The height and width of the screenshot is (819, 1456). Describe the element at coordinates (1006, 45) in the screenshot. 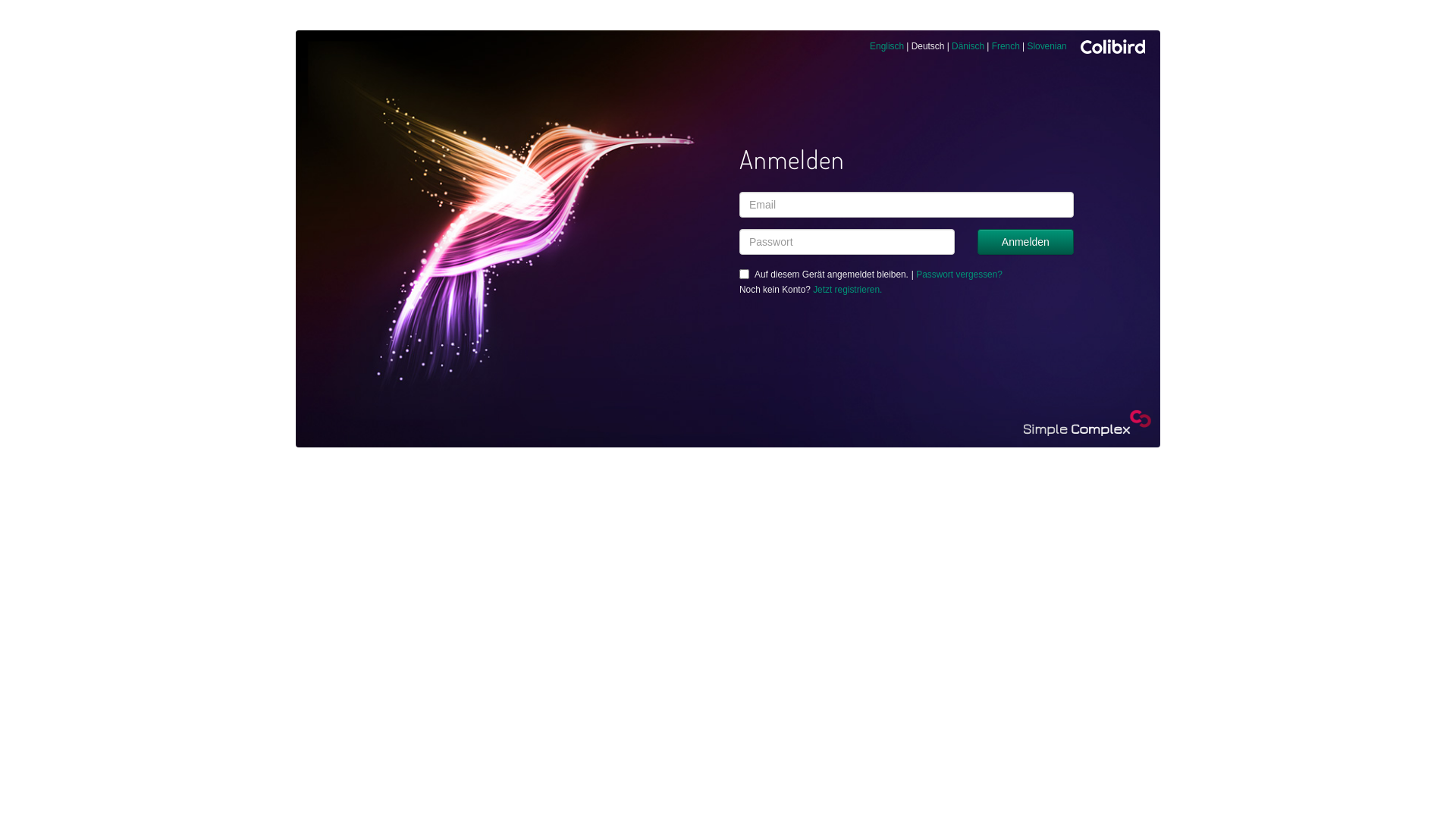

I see `'French'` at that location.